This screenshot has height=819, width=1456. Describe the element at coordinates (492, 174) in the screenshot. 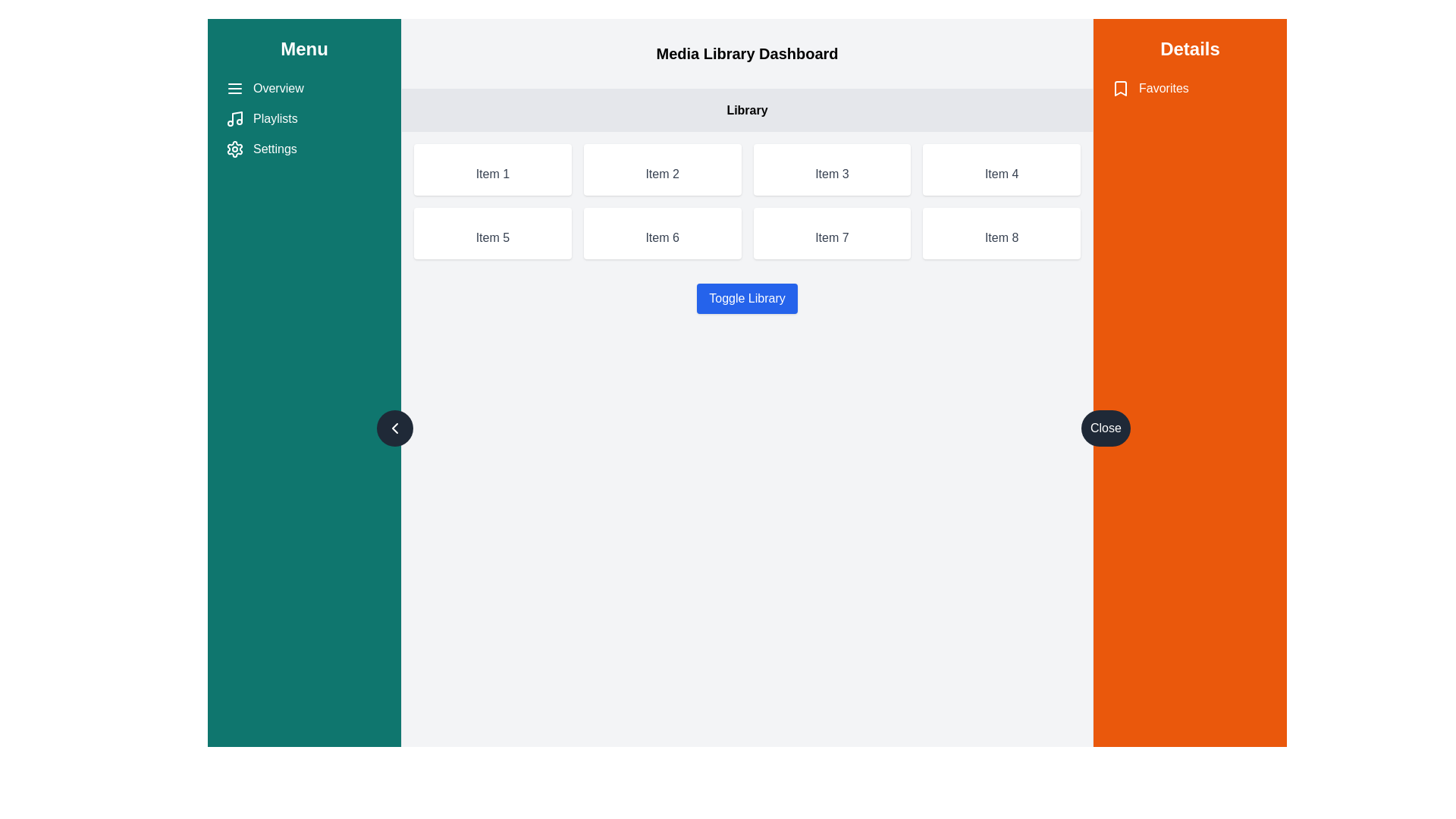

I see `text content of the 'Item 1' label, which is a light gray text centered in a rectangular box with a white background and rounded corners, located within the 'Library' grid layout` at that location.